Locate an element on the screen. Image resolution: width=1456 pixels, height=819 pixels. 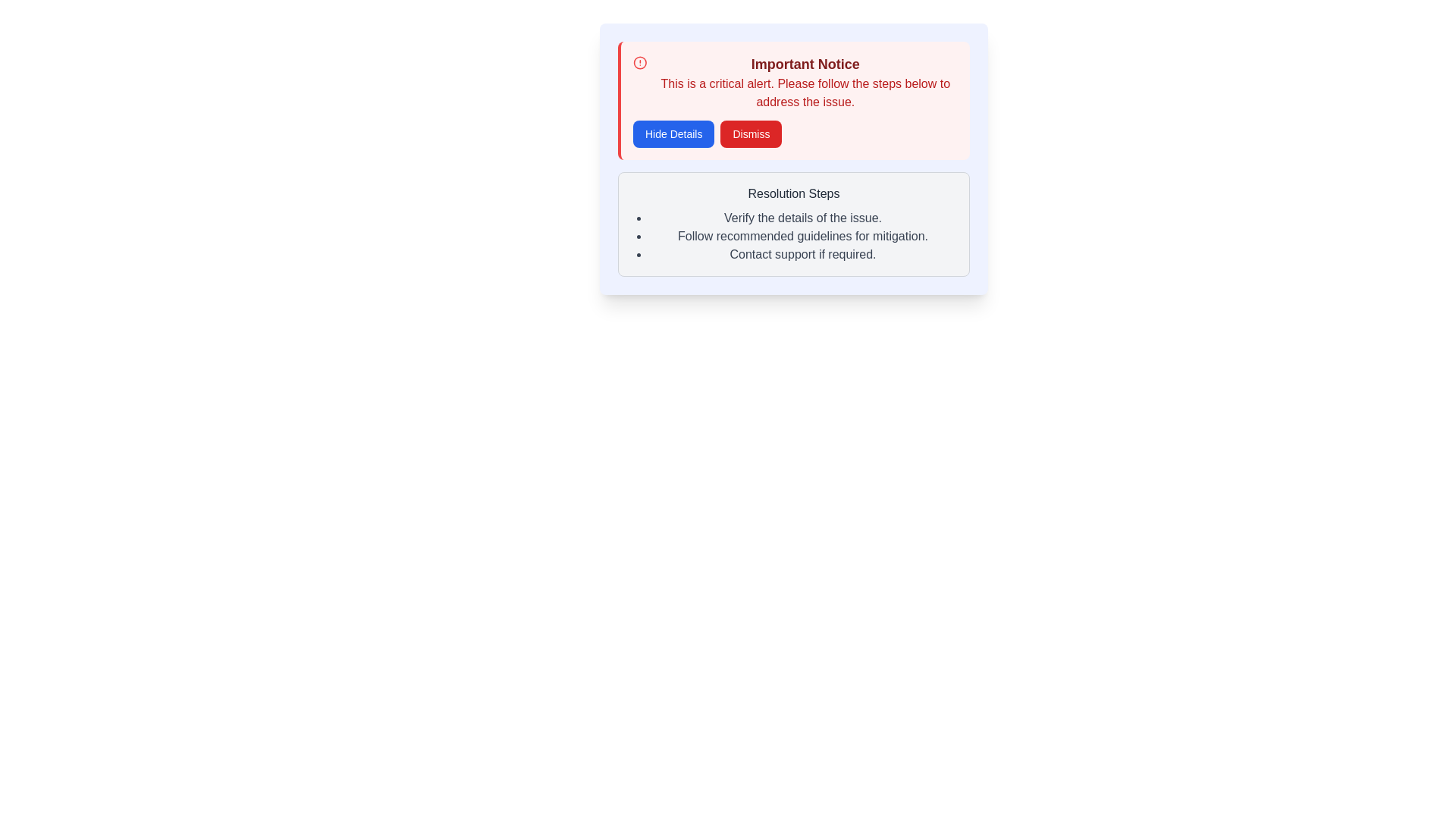
the text label reading 'Verify the details of the issue.' which is the first item in the bullet point list under the 'Resolution Steps' section is located at coordinates (802, 218).